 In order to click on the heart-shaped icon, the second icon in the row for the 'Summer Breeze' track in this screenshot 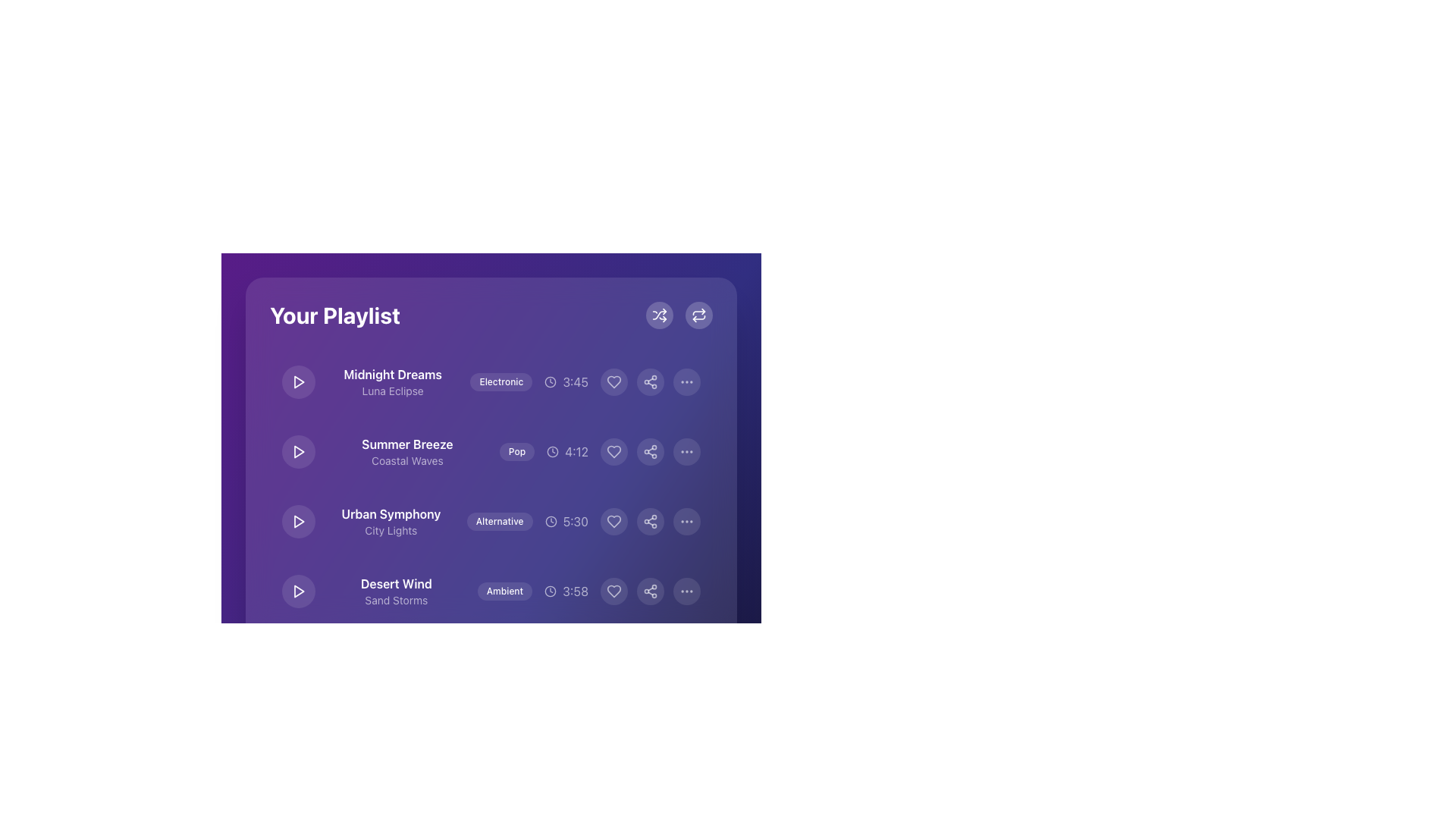, I will do `click(614, 451)`.